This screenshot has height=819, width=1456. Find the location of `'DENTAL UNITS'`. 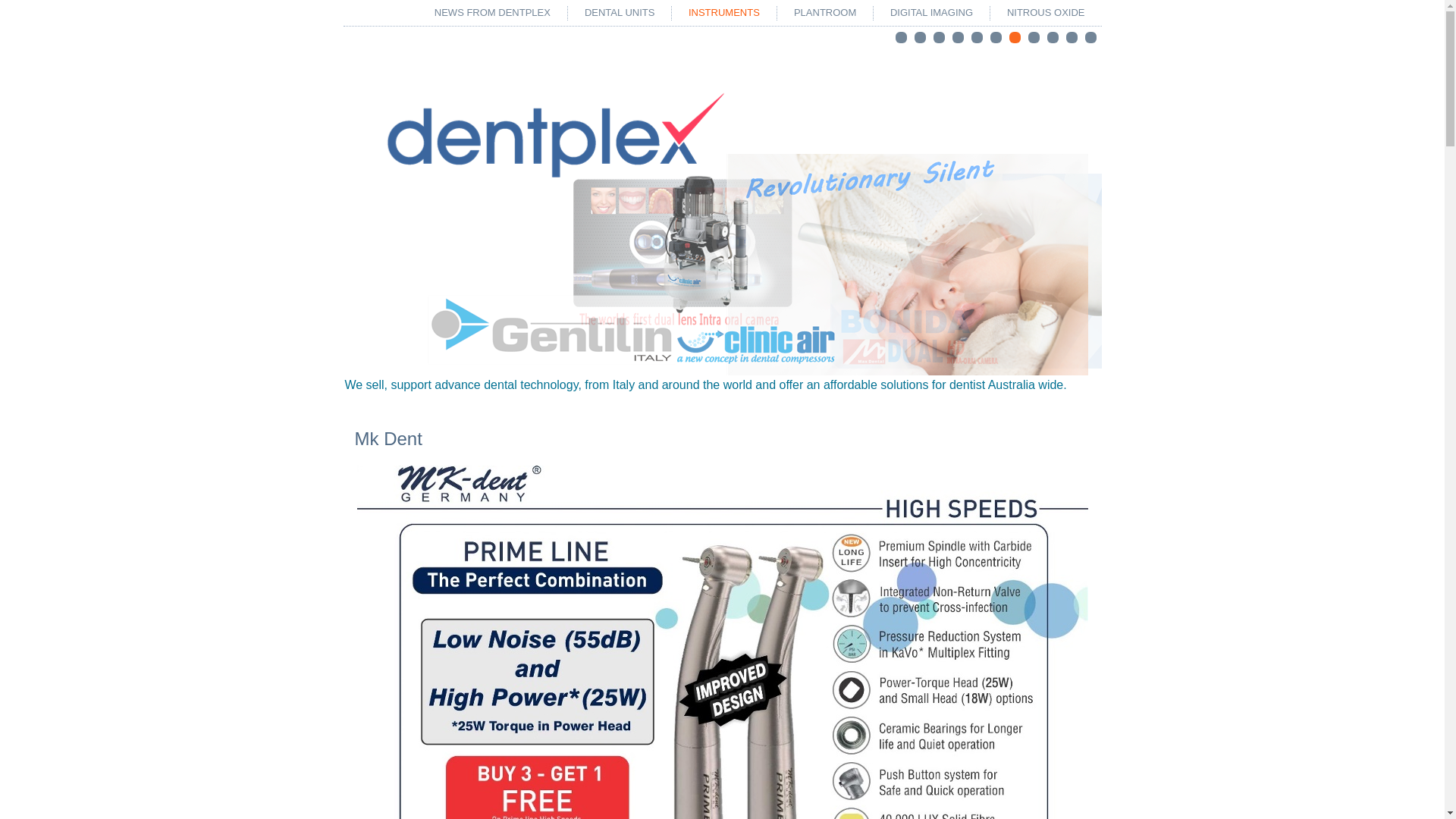

'DENTAL UNITS' is located at coordinates (570, 12).